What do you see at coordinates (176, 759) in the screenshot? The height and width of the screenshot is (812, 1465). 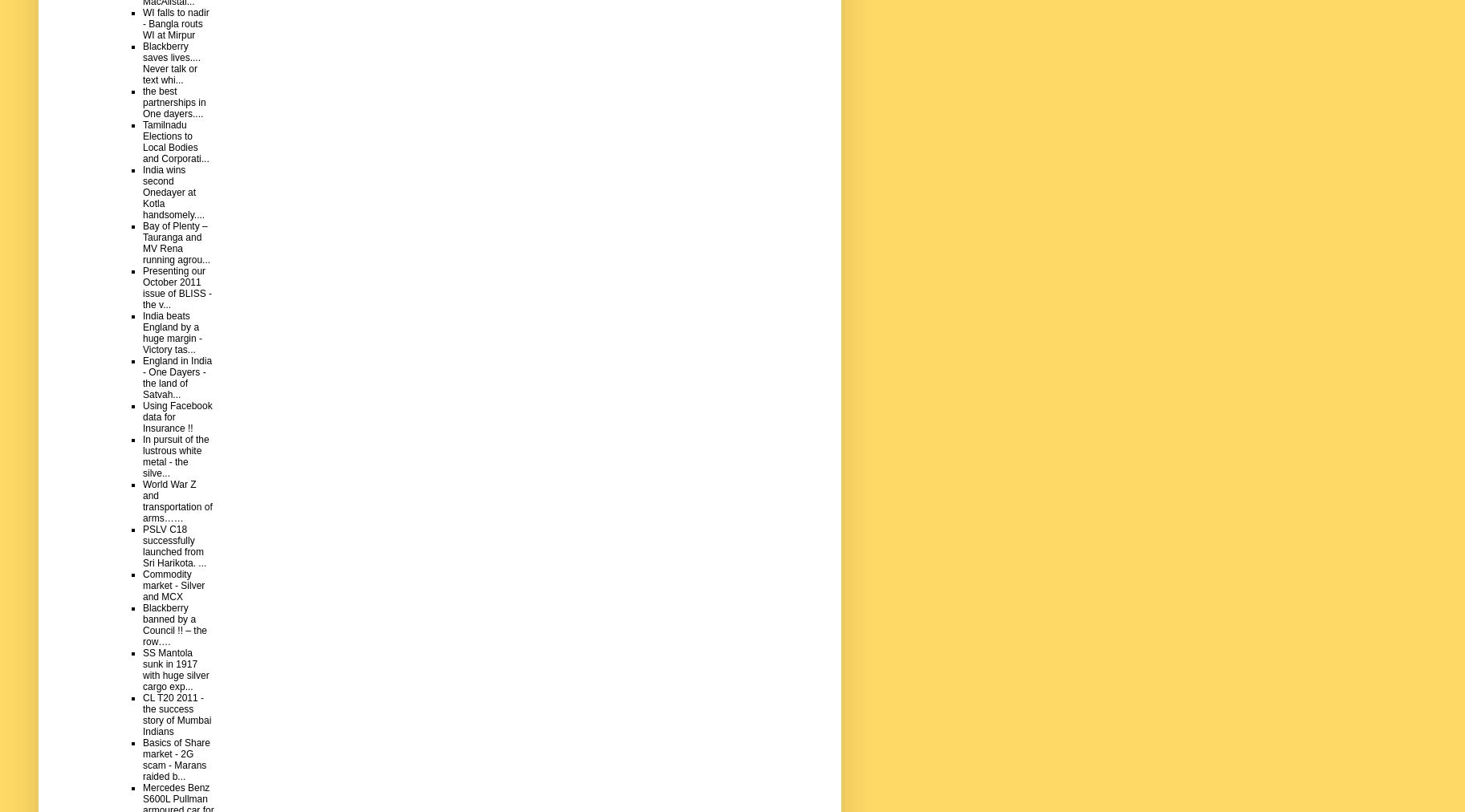 I see `'Basics of Share market - 2G scam - Marans raided b...'` at bounding box center [176, 759].